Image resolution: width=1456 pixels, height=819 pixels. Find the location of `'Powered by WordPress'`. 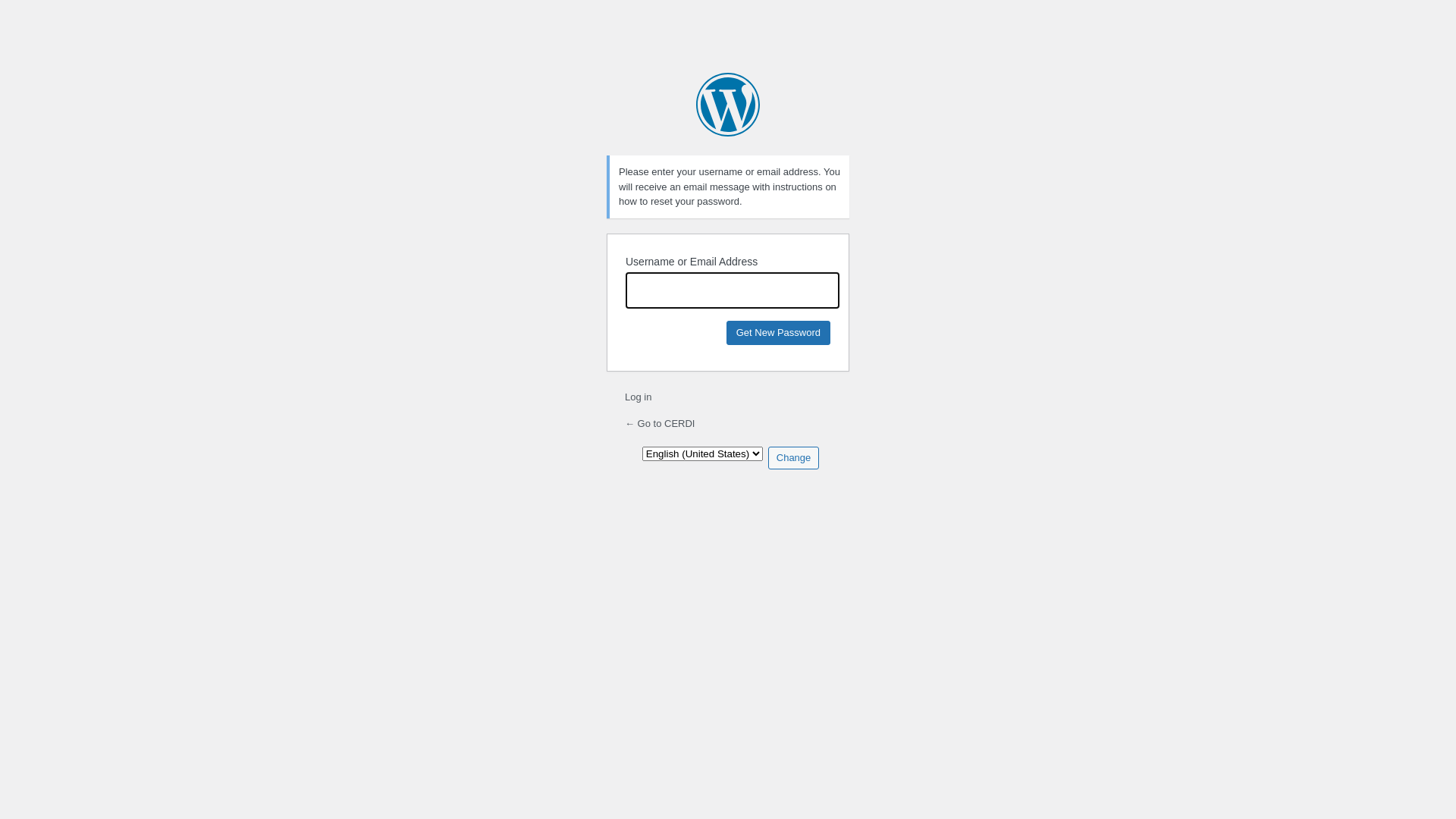

'Powered by WordPress' is located at coordinates (728, 104).